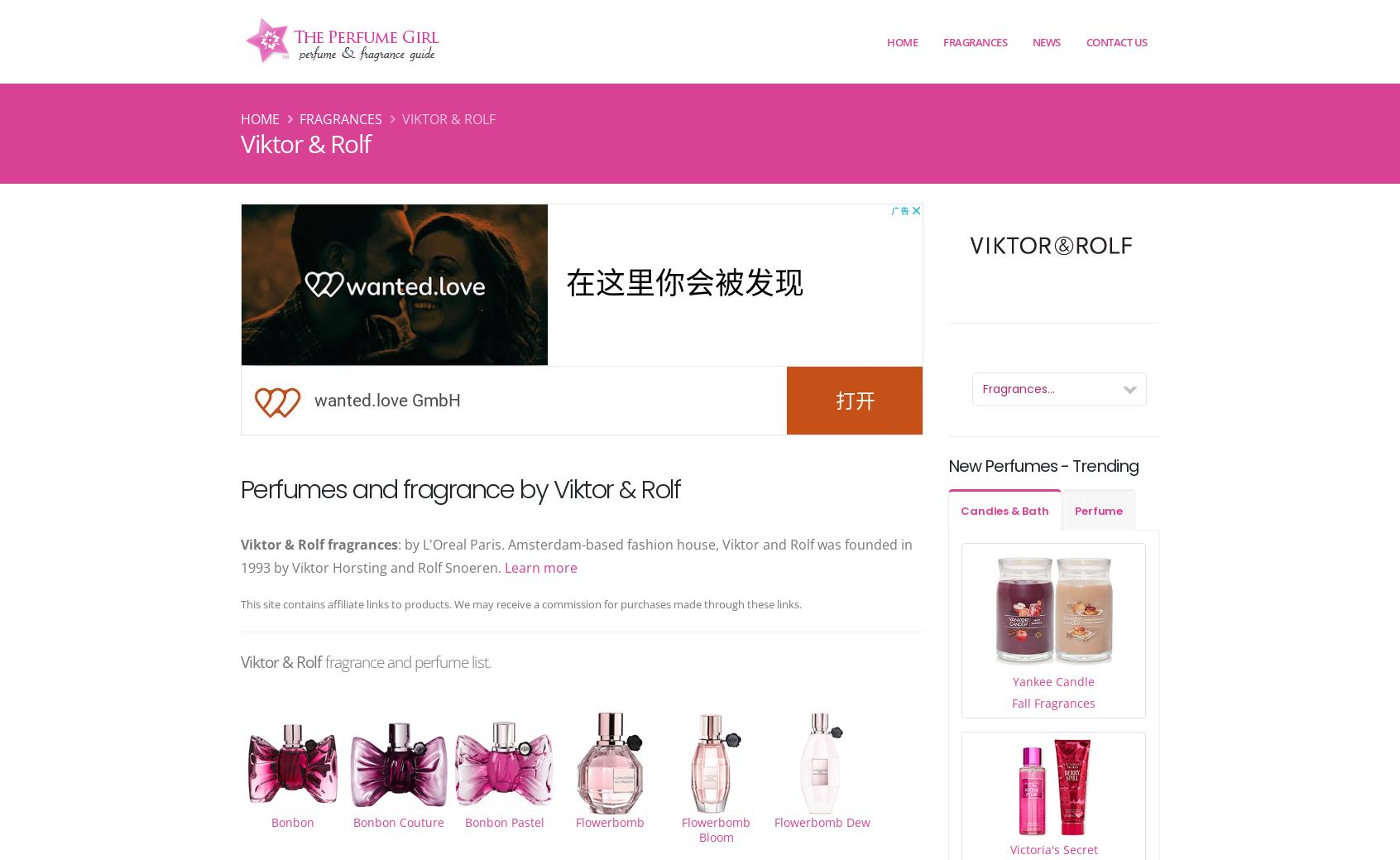  Describe the element at coordinates (319, 544) in the screenshot. I see `'Viktor & Rolf fragrances'` at that location.